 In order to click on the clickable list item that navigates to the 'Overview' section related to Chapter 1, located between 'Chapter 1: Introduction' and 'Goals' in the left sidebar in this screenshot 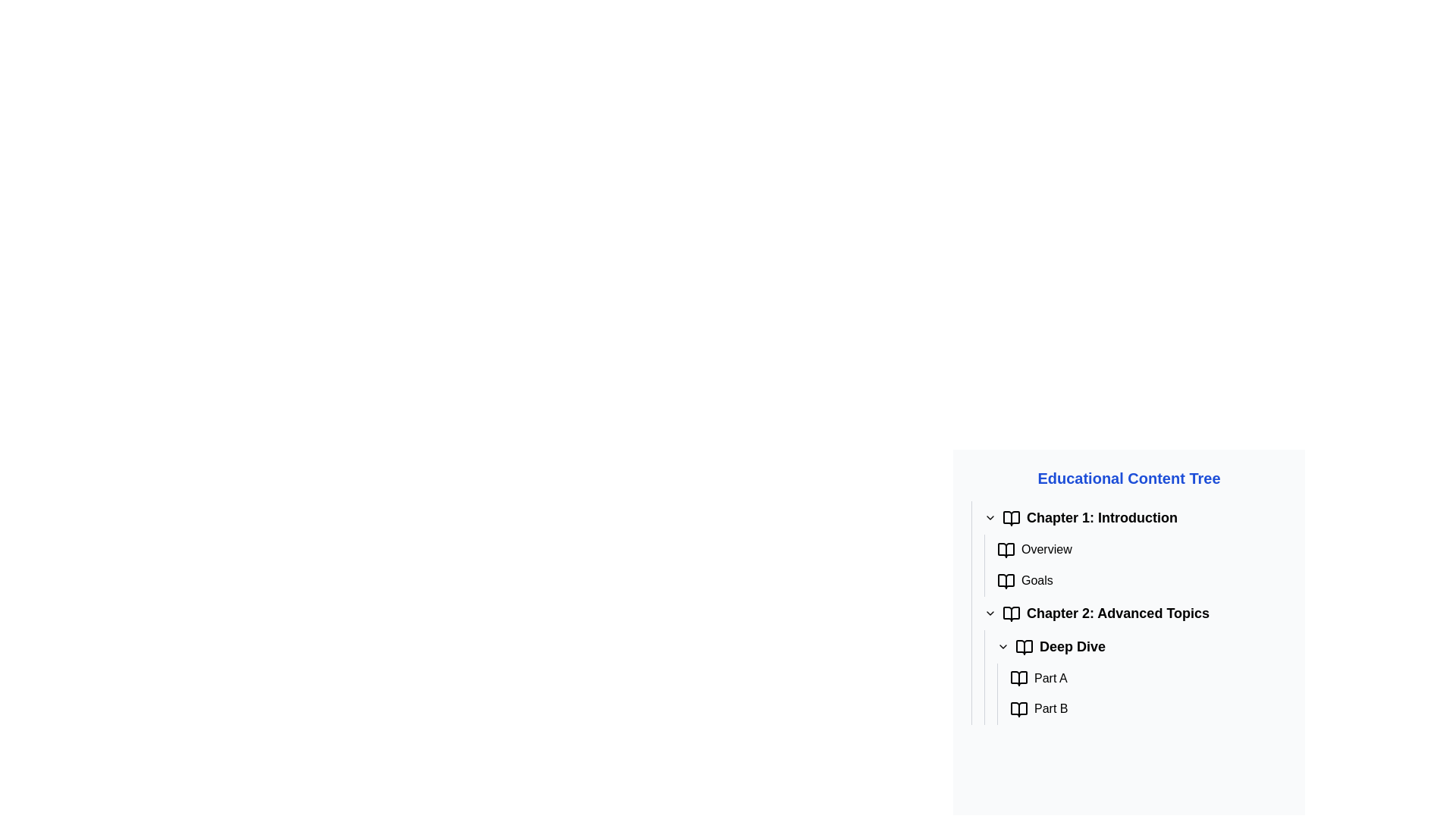, I will do `click(1135, 550)`.